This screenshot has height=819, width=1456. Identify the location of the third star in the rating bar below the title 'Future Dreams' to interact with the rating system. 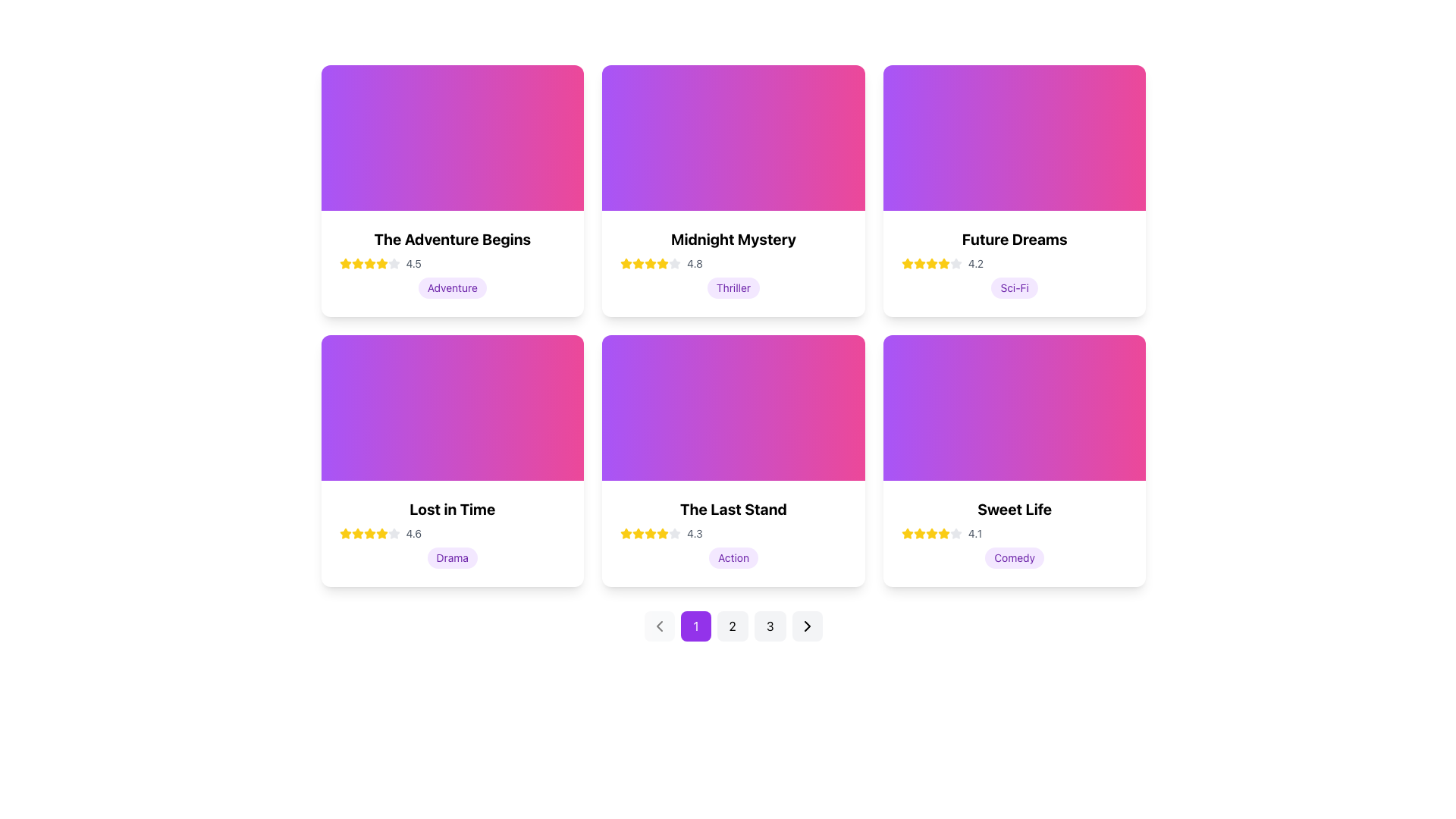
(955, 262).